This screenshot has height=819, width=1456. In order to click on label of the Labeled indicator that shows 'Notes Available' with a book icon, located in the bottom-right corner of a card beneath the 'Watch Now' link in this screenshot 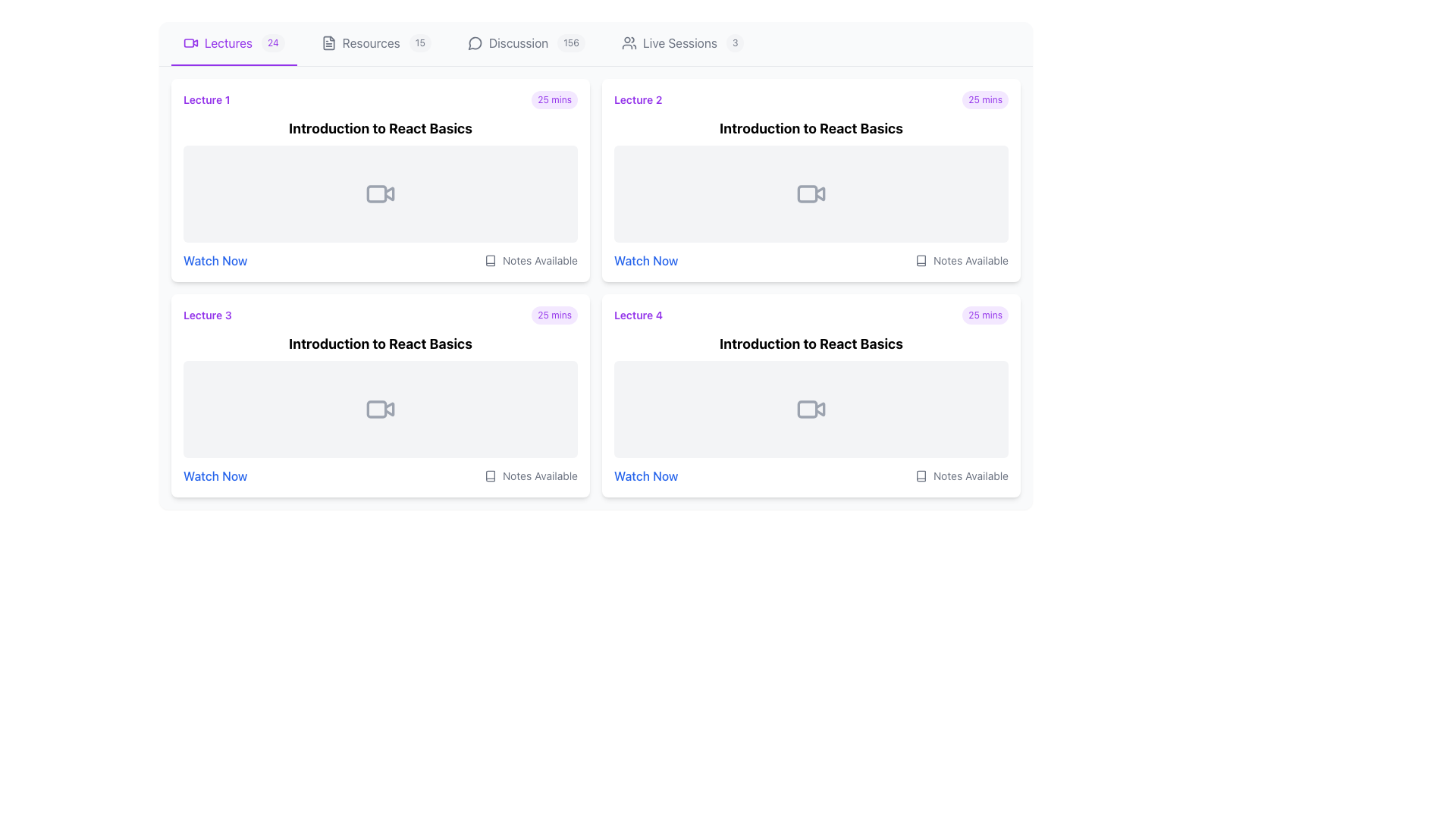, I will do `click(961, 475)`.